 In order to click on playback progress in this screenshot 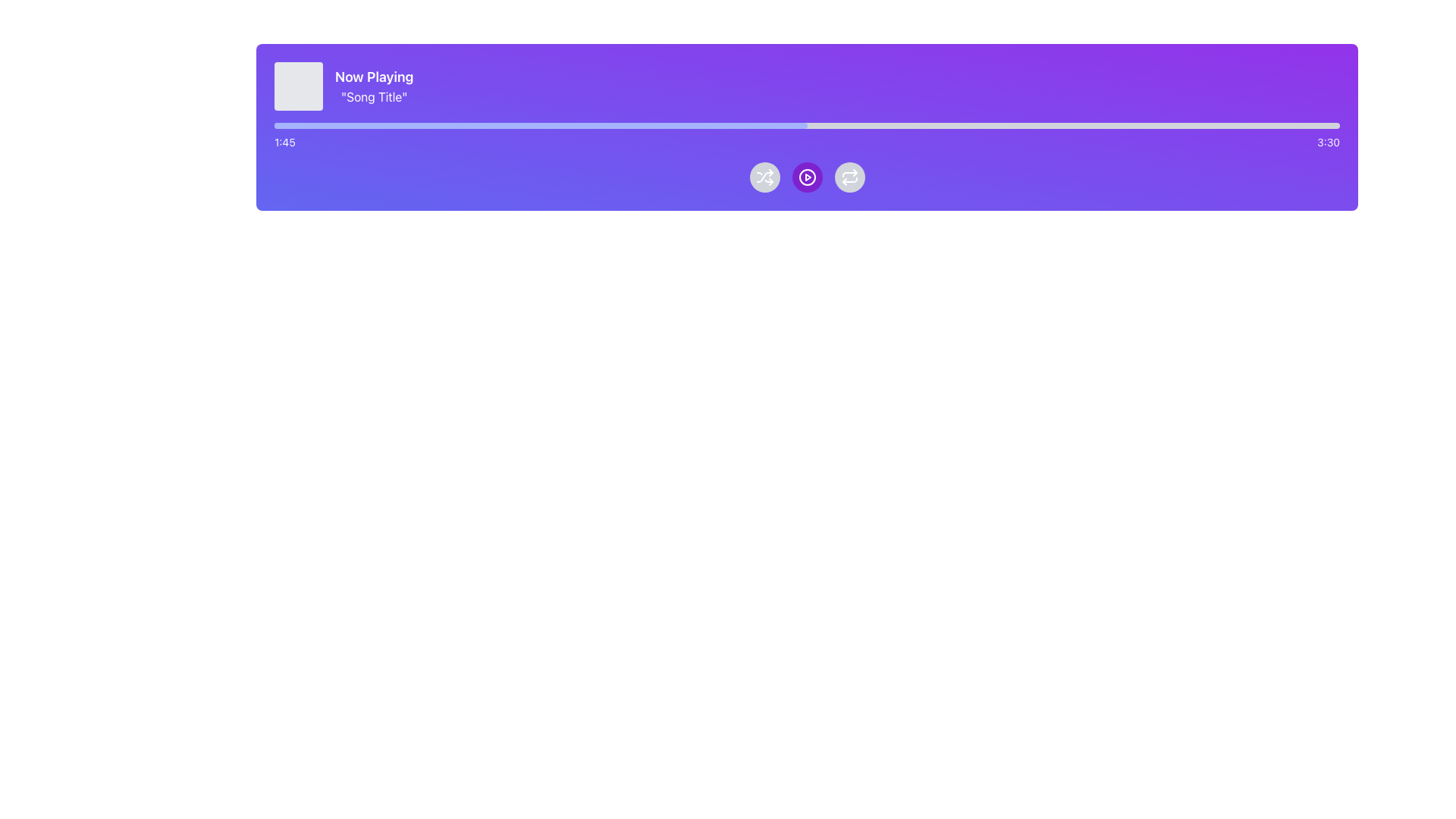, I will do `click(541, 124)`.